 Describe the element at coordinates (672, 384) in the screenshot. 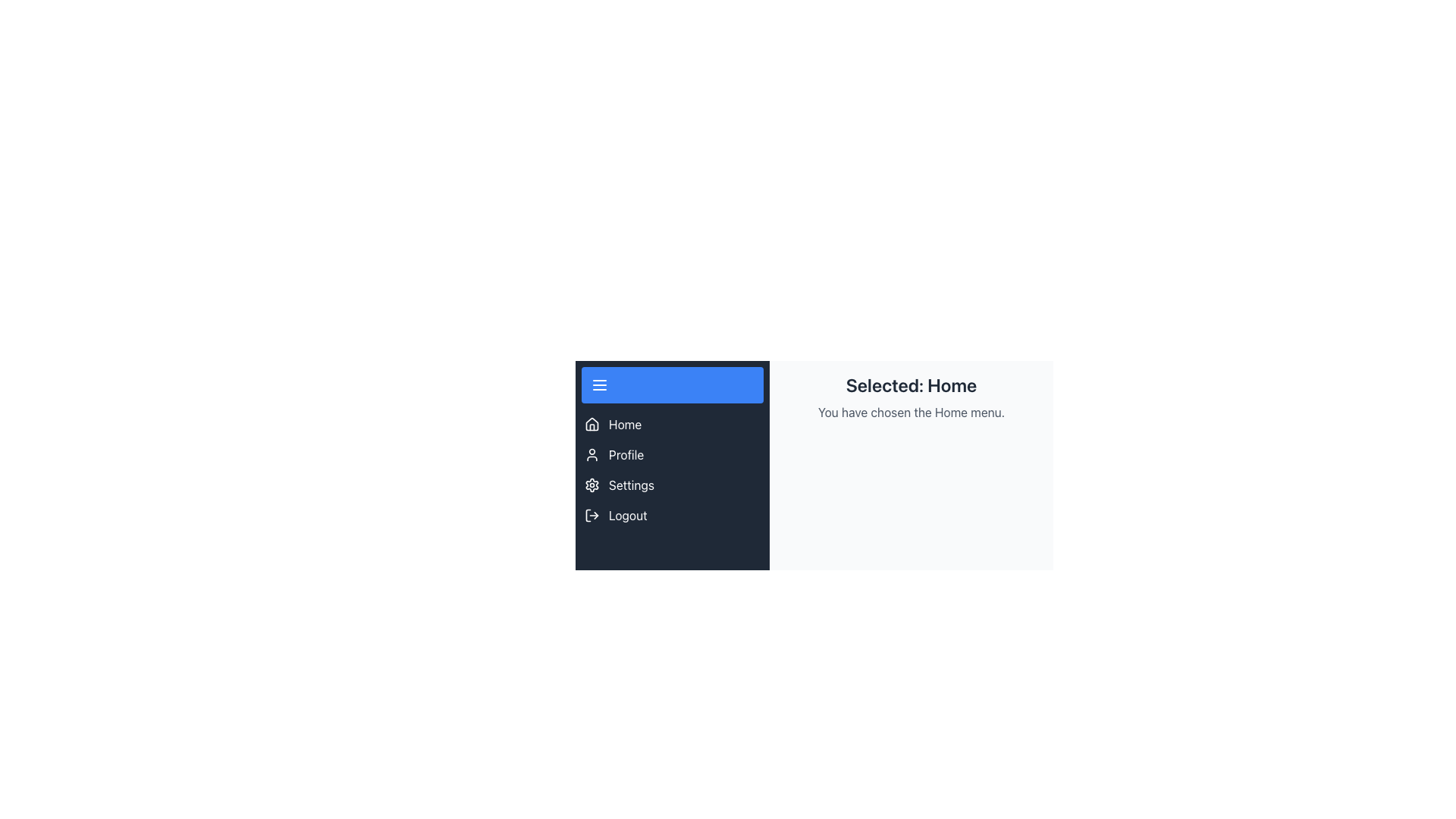

I see `the menu toggle button at the top of the sidebar` at that location.